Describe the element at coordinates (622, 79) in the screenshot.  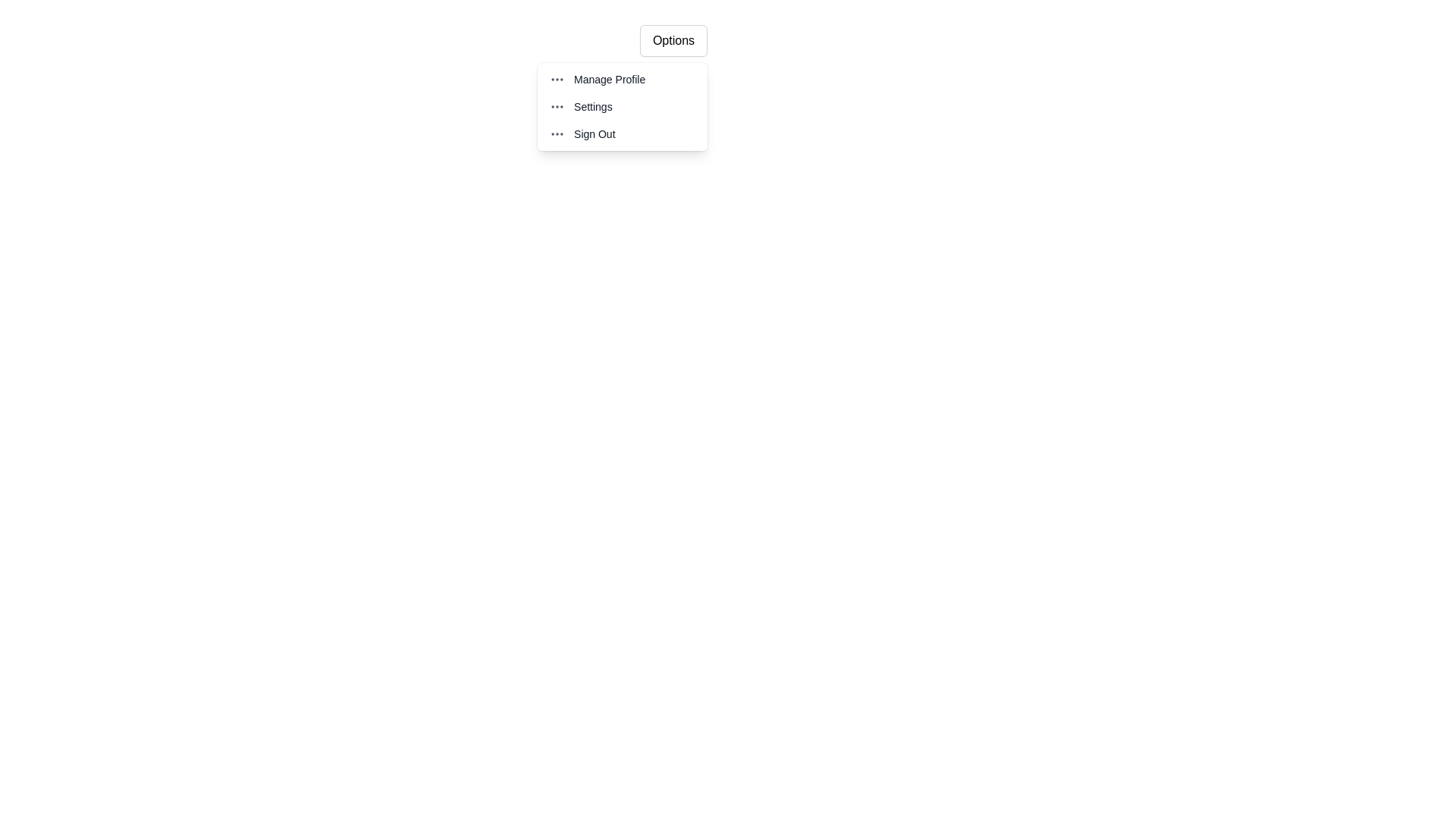
I see `the 'Manage Profile' menu item, which features three vertically aligned dots and is the first item in the dropdown list below the 'Options' button` at that location.